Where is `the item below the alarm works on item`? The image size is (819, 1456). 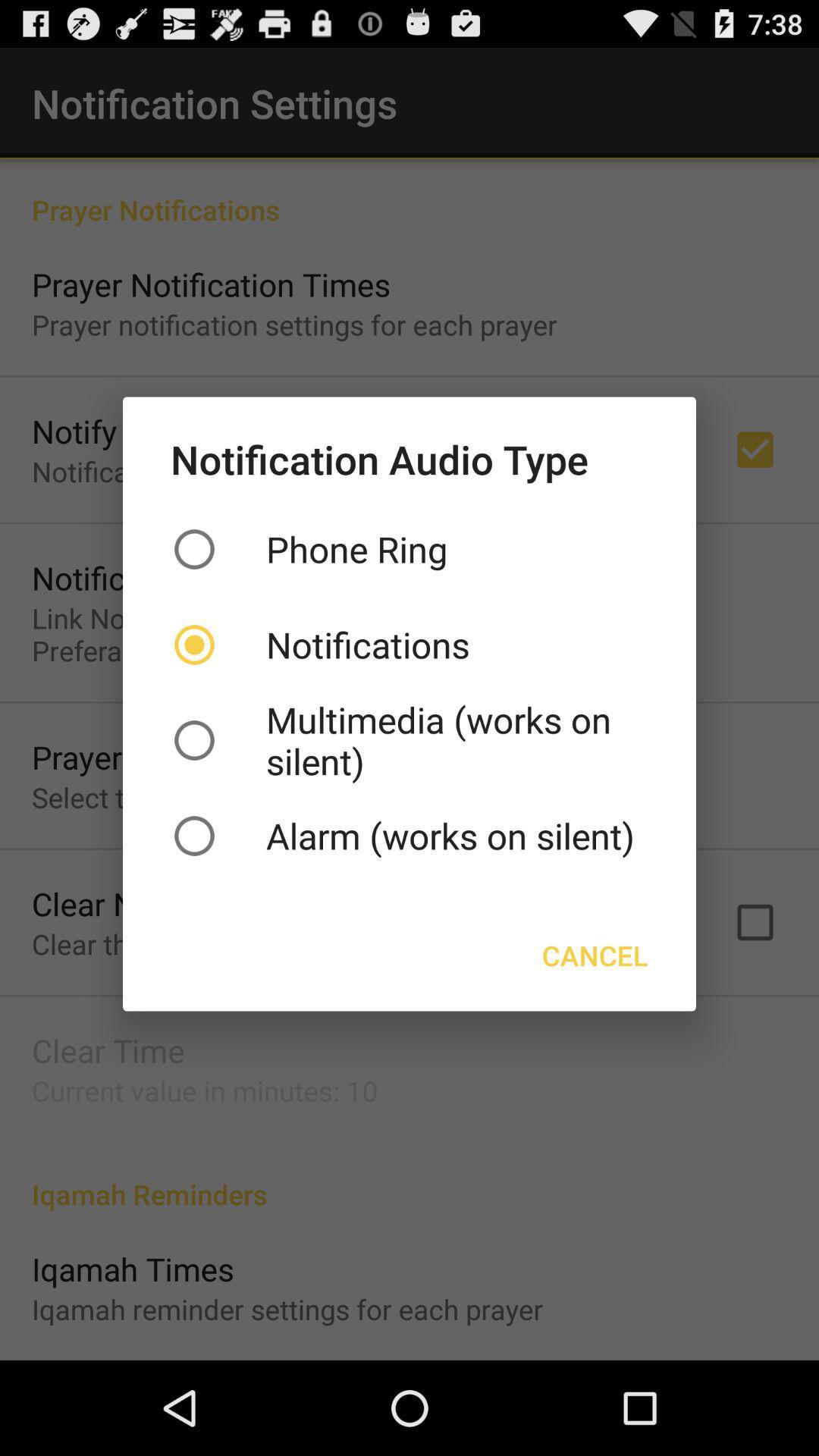
the item below the alarm works on item is located at coordinates (594, 954).